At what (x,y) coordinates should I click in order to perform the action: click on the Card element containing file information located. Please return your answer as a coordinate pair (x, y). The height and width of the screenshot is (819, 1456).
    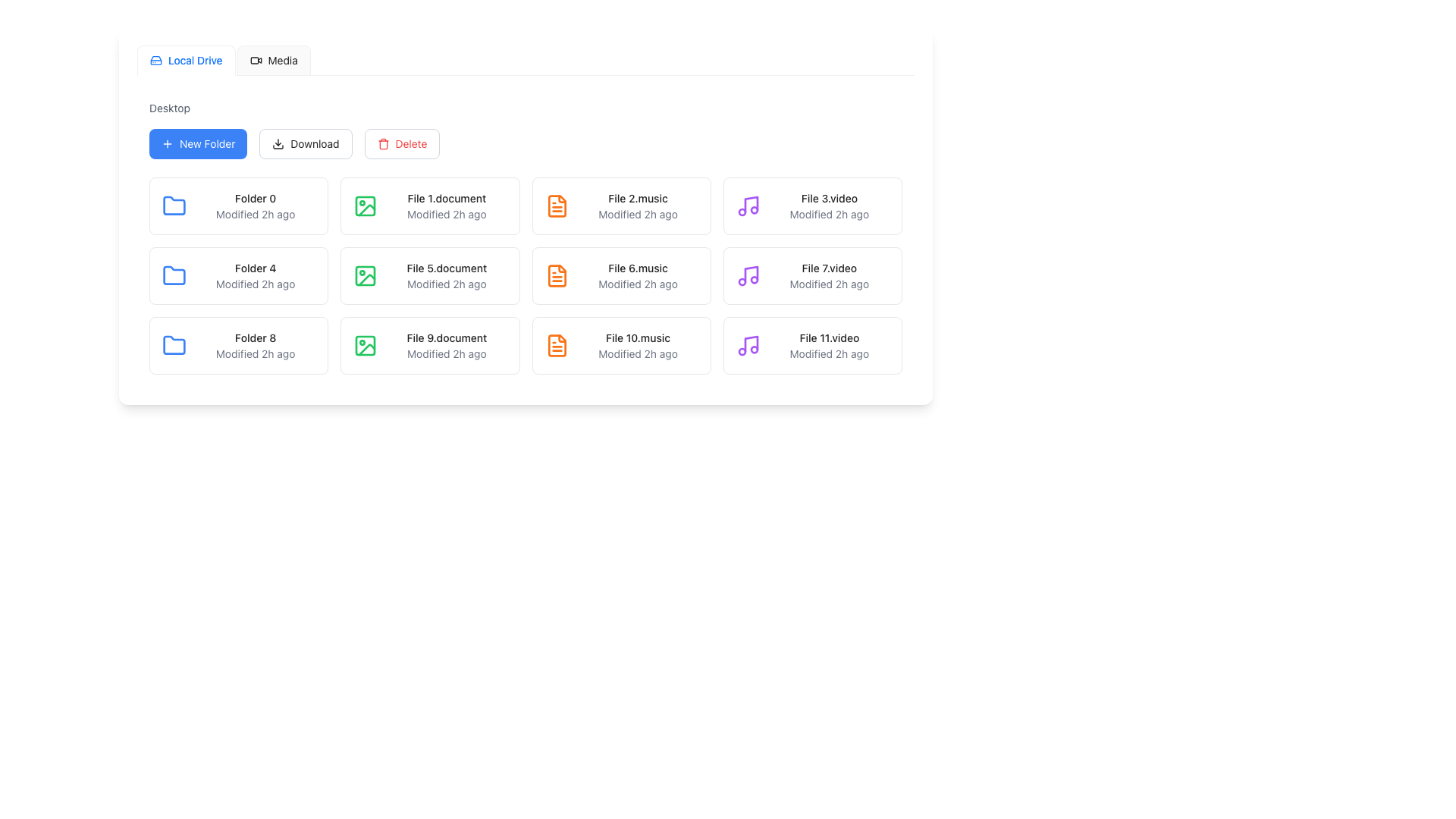
    Looking at the image, I should click on (811, 206).